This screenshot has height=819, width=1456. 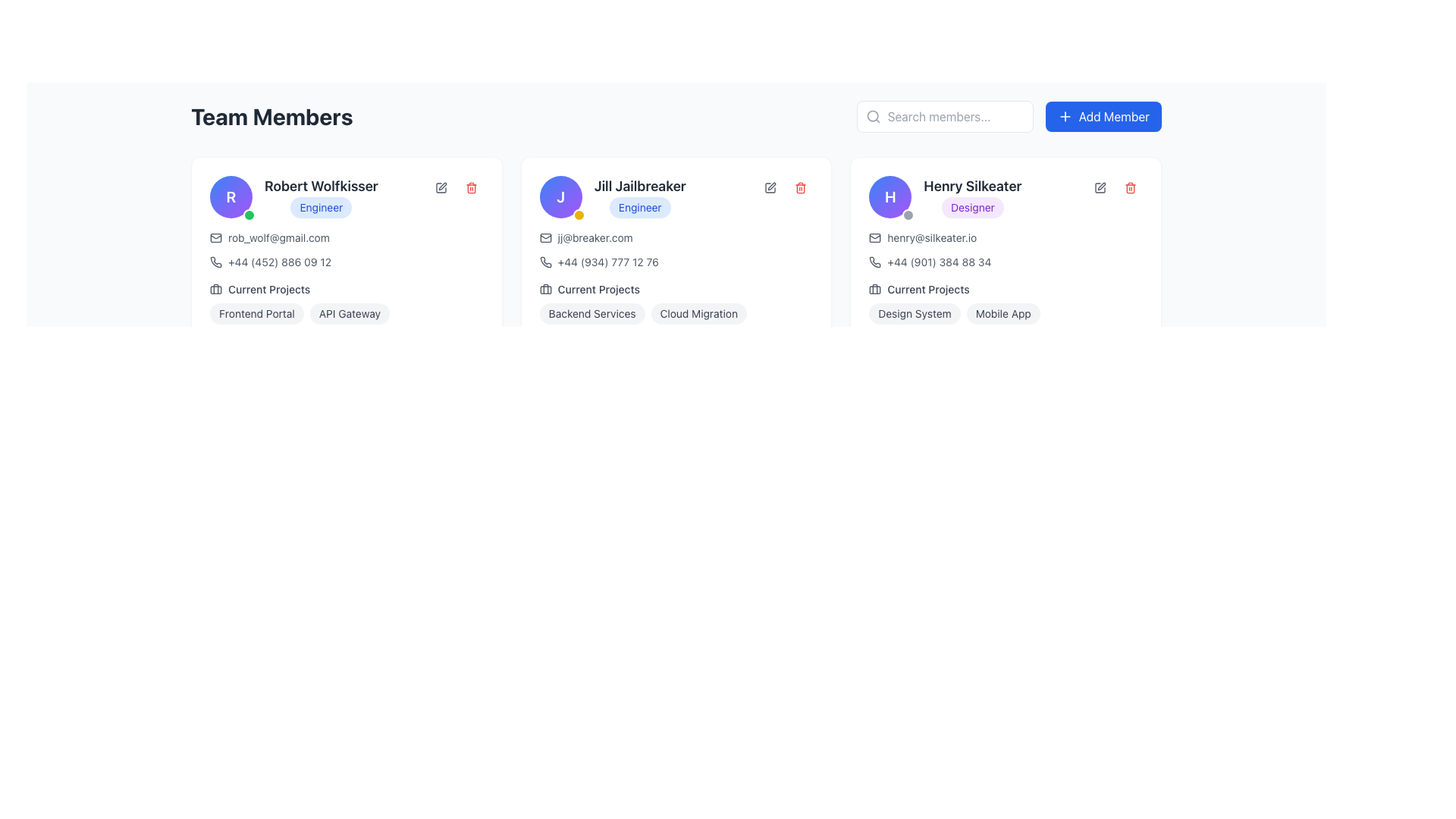 What do you see at coordinates (545, 262) in the screenshot?
I see `the visual association of the phone contact icon located in the second card under the 'Team Members' header, adjacent to the email address` at bounding box center [545, 262].